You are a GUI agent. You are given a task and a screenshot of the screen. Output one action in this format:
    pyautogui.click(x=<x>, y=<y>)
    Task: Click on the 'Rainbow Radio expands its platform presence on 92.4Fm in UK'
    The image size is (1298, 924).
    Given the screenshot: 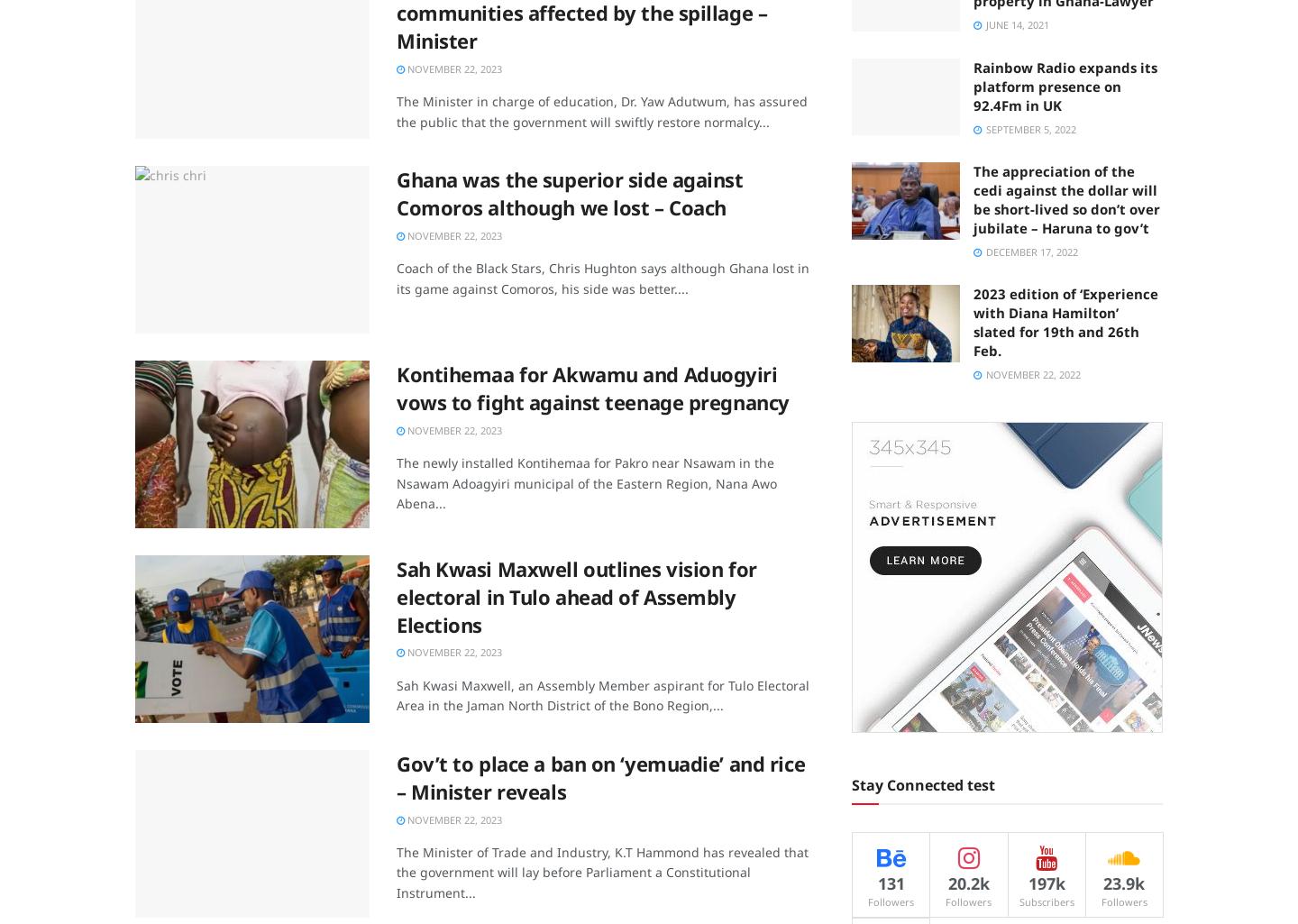 What is the action you would take?
    pyautogui.click(x=1065, y=86)
    